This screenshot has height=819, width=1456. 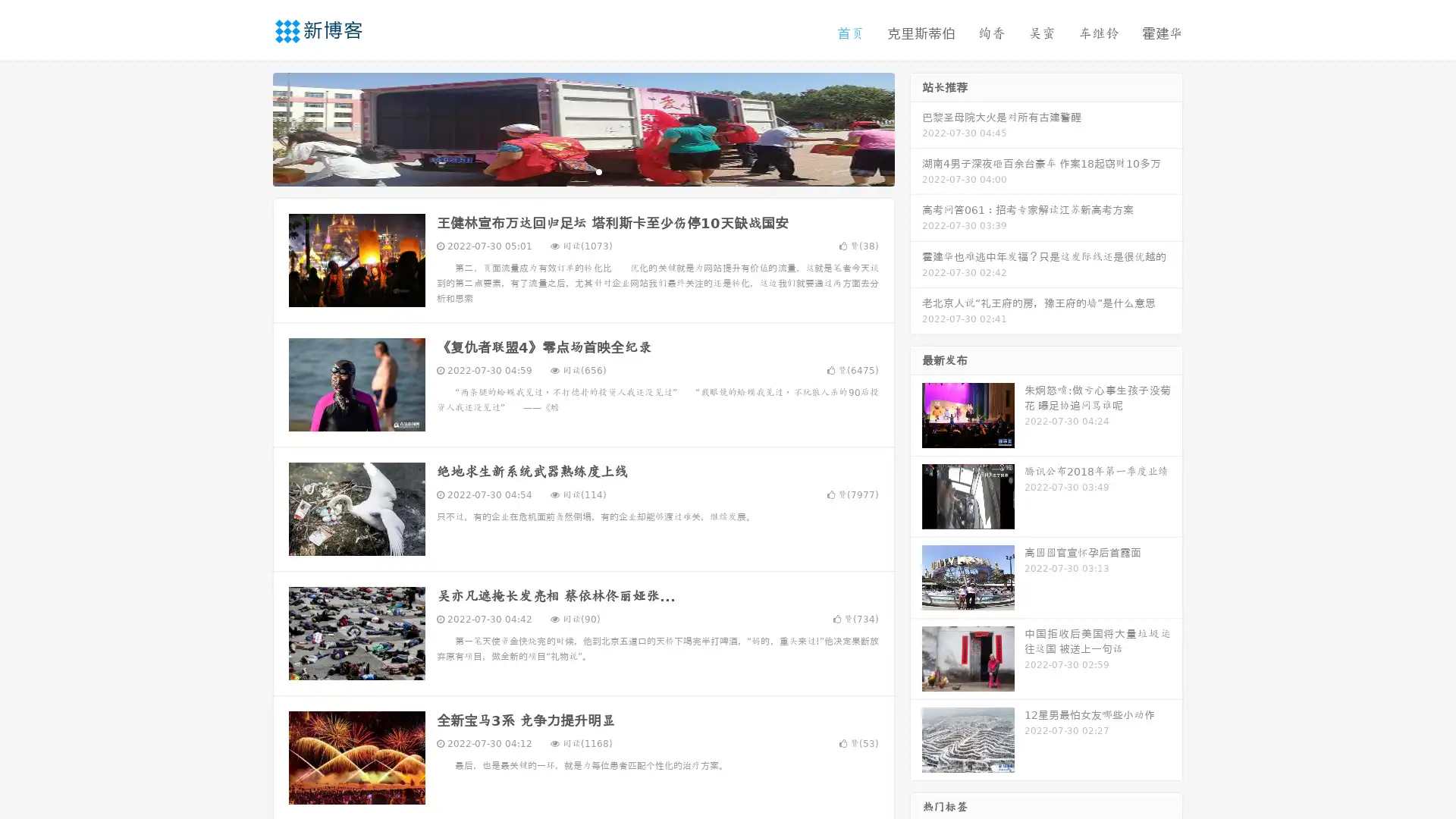 What do you see at coordinates (598, 171) in the screenshot?
I see `Go to slide 3` at bounding box center [598, 171].